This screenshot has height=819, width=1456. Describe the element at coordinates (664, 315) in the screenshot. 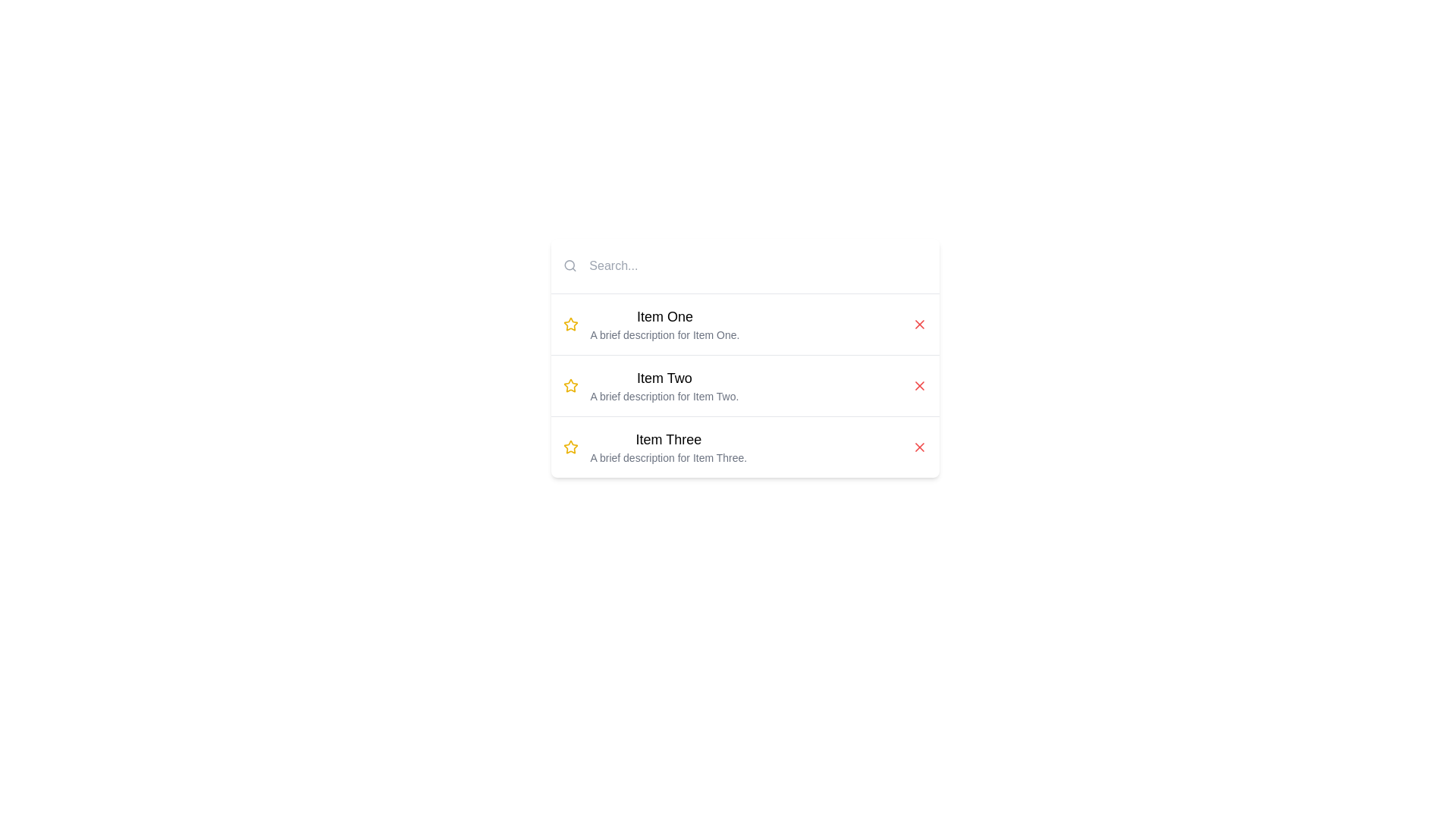

I see `the Text Label that displays the title of the first item in the list, which is positioned above the description for Item One` at that location.